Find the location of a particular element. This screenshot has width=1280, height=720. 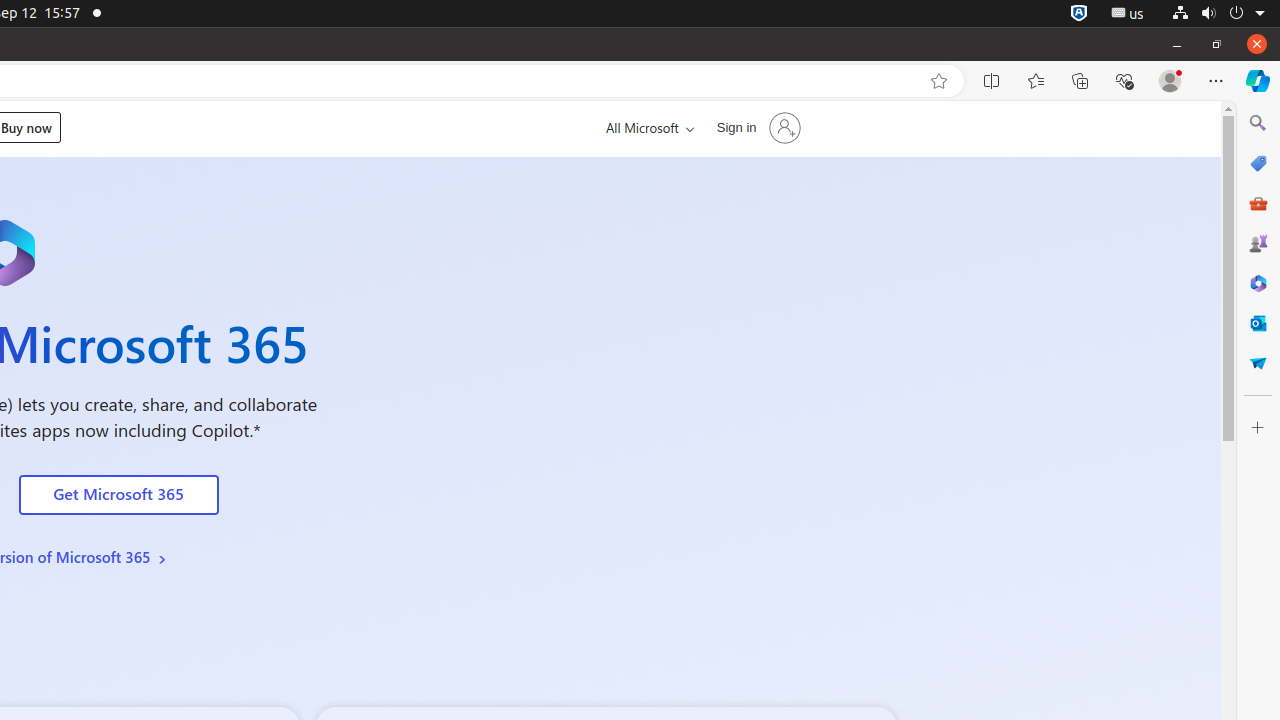

'Profile 1 Profile, Please sign in' is located at coordinates (1170, 80).